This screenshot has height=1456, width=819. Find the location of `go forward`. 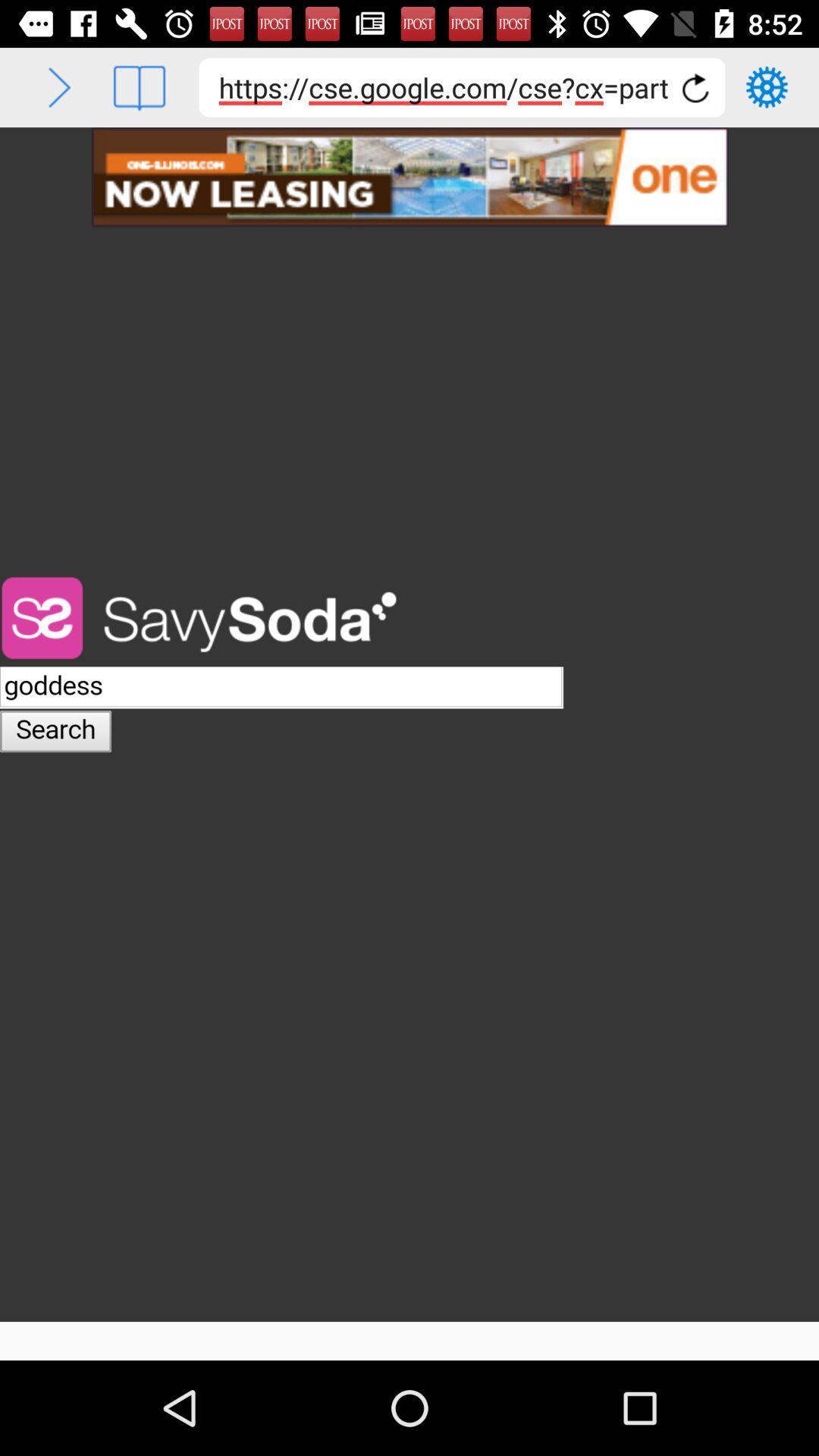

go forward is located at coordinates (58, 86).